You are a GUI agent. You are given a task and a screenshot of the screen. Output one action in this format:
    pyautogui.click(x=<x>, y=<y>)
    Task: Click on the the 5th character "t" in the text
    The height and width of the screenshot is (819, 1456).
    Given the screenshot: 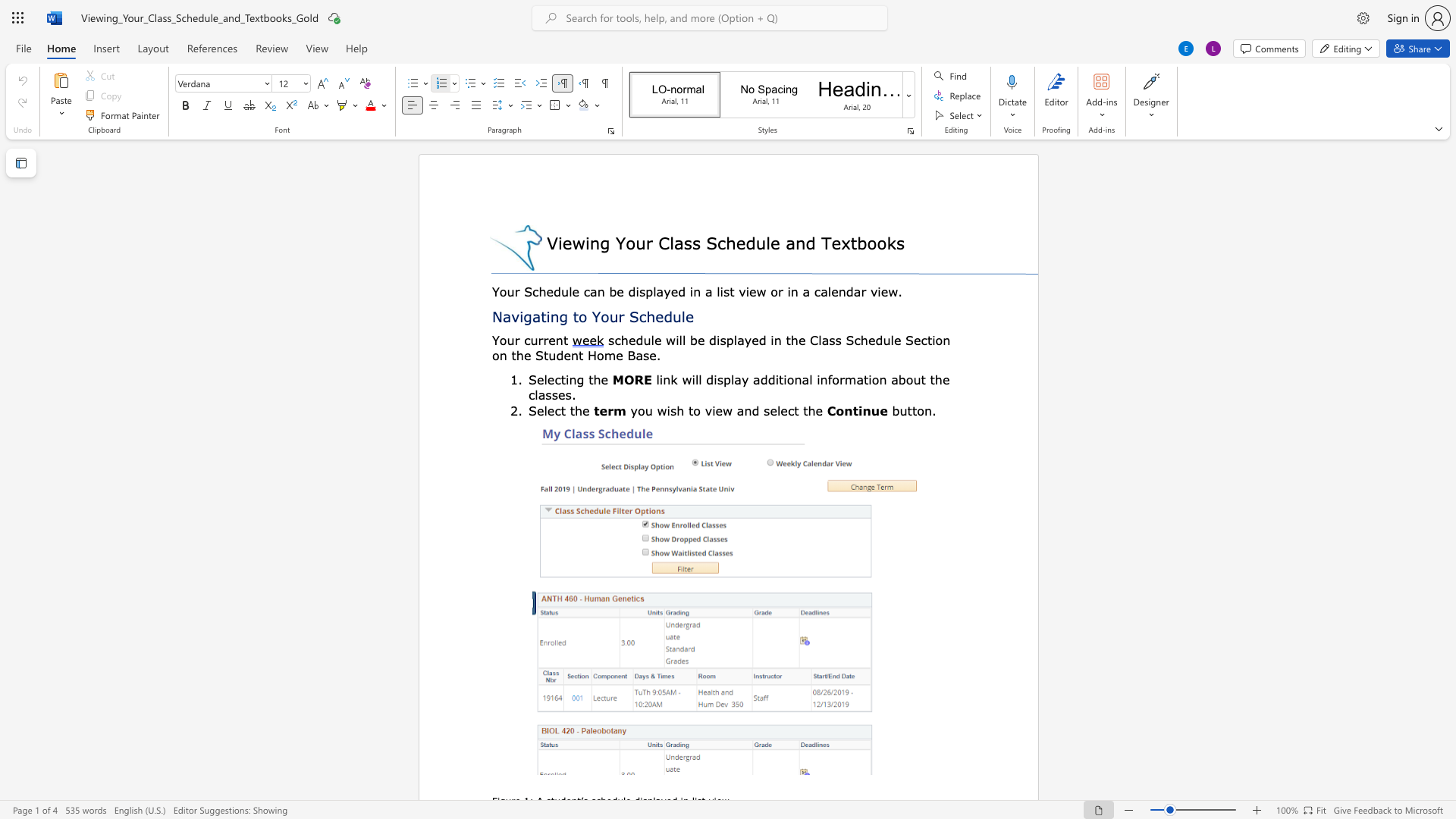 What is the action you would take?
    pyautogui.click(x=580, y=355)
    